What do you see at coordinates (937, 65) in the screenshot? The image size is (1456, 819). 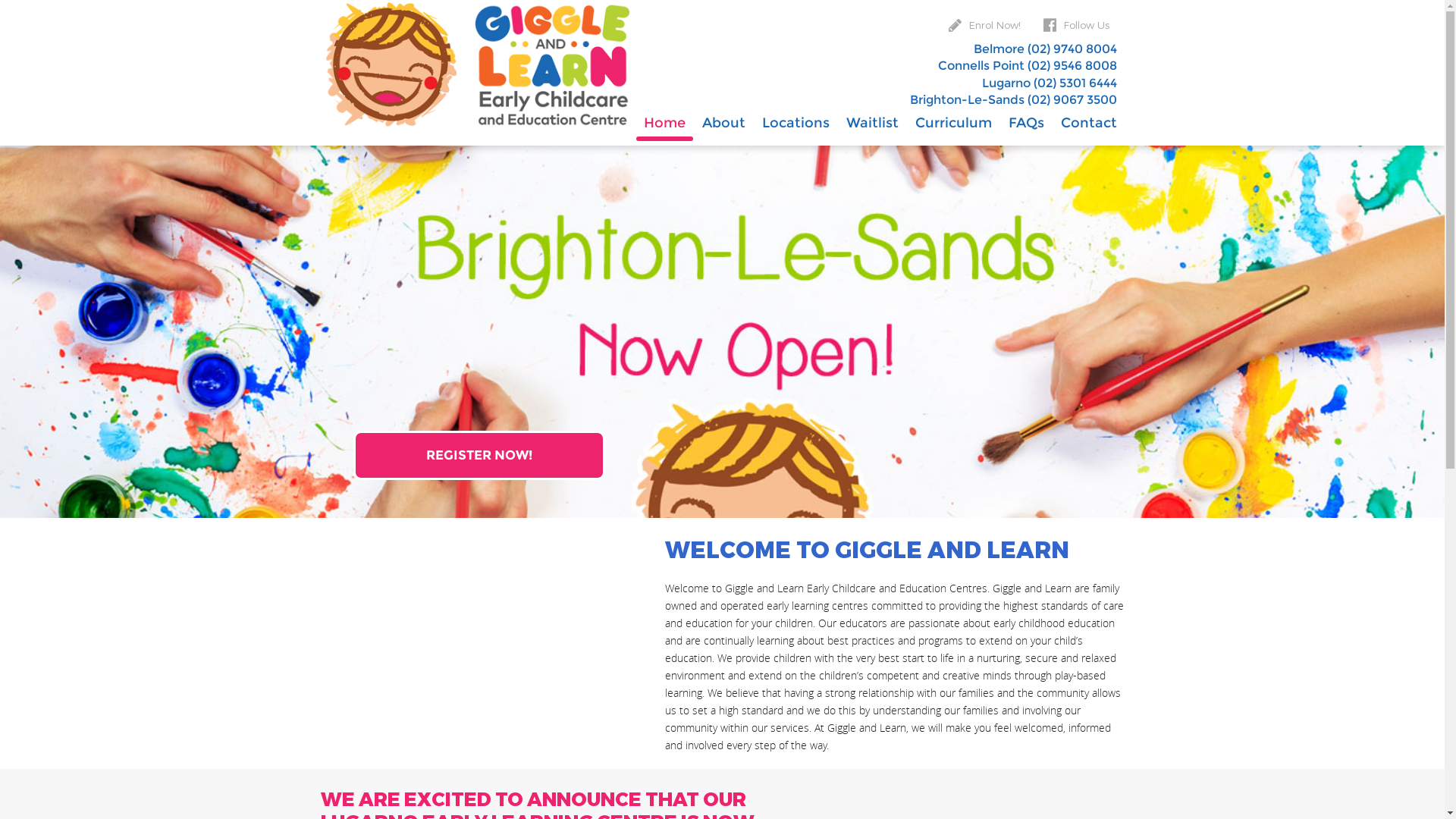 I see `'Connells Point (02) 9546 8008'` at bounding box center [937, 65].